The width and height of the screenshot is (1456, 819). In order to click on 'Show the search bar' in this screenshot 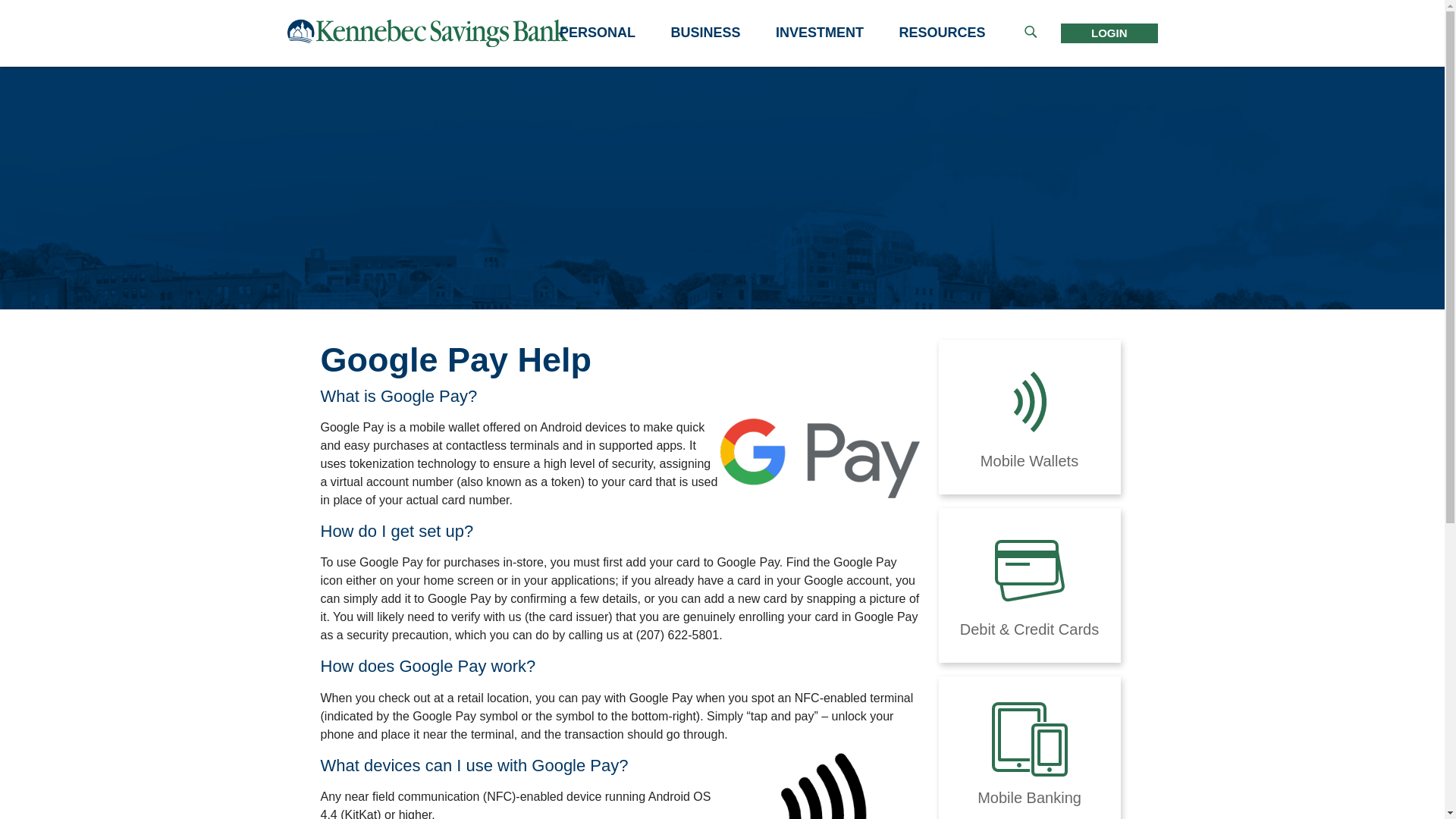, I will do `click(1030, 33)`.